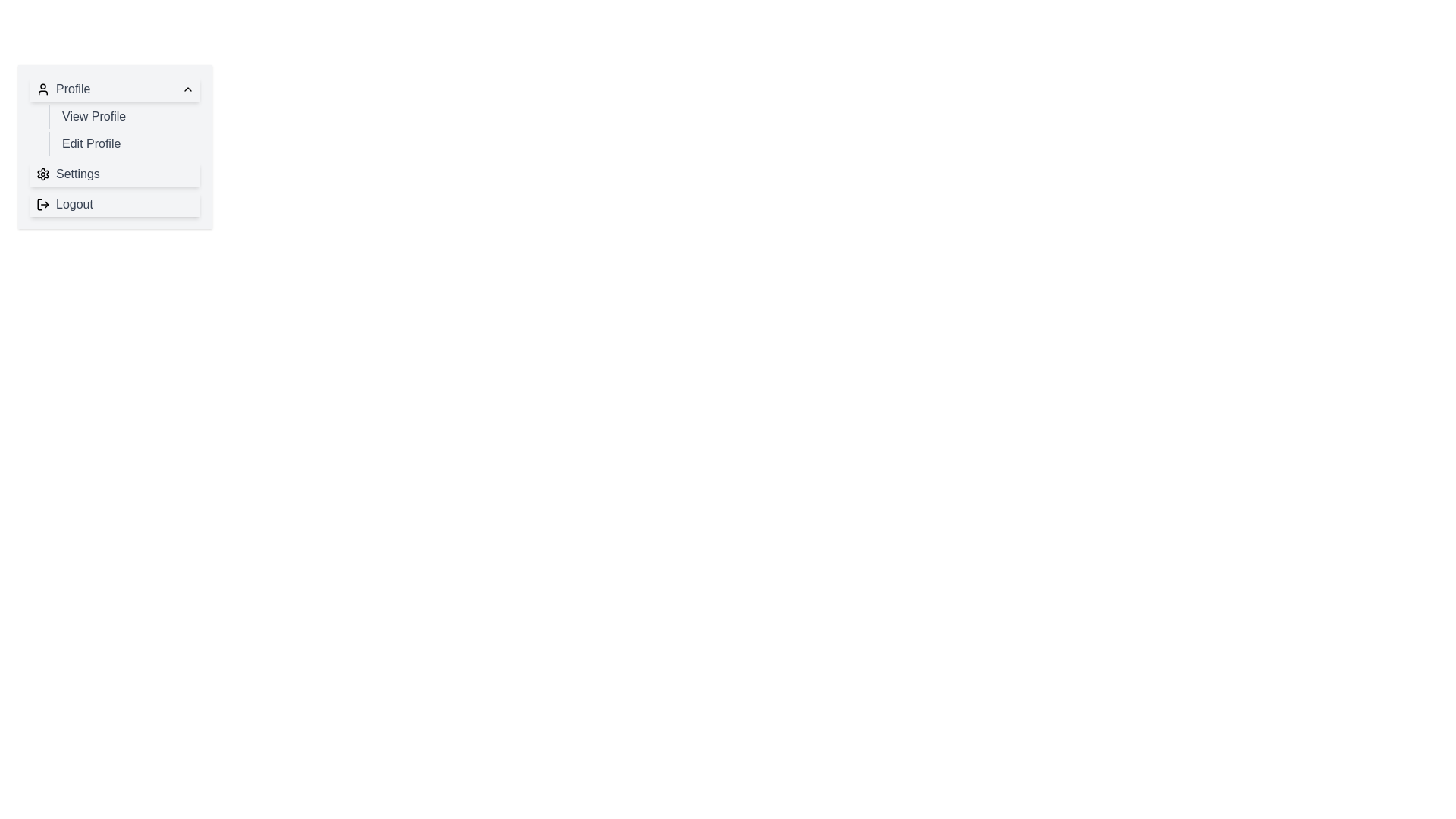 Image resolution: width=1456 pixels, height=819 pixels. I want to click on the navigational menu or sidebar containing options like 'Profile', 'View Profile', 'Edit Profile', 'Settings', and 'Logout' via keyboard navigation, so click(115, 146).